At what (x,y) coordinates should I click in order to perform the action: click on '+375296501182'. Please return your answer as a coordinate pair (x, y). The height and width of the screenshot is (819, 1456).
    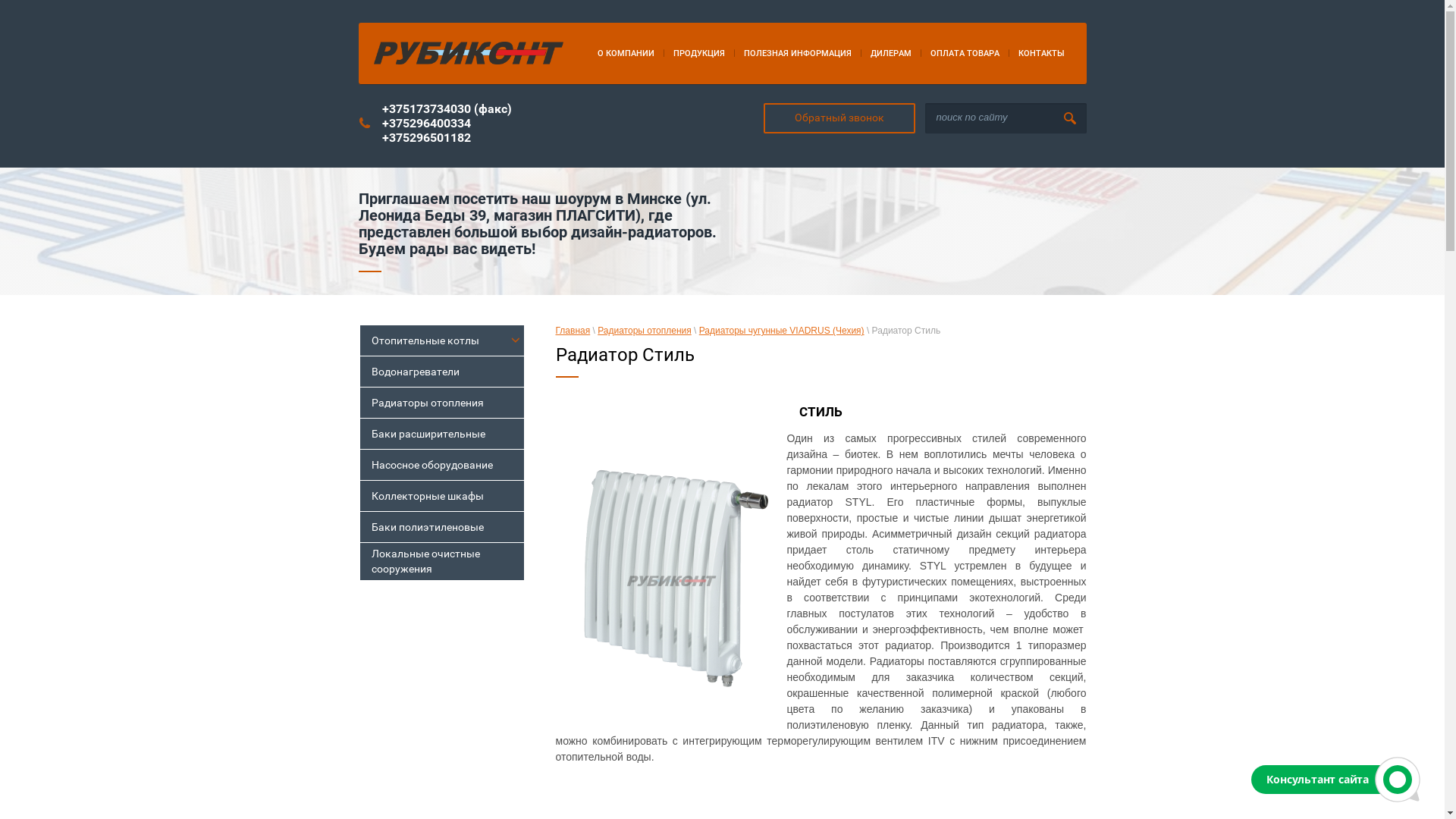
    Looking at the image, I should click on (382, 137).